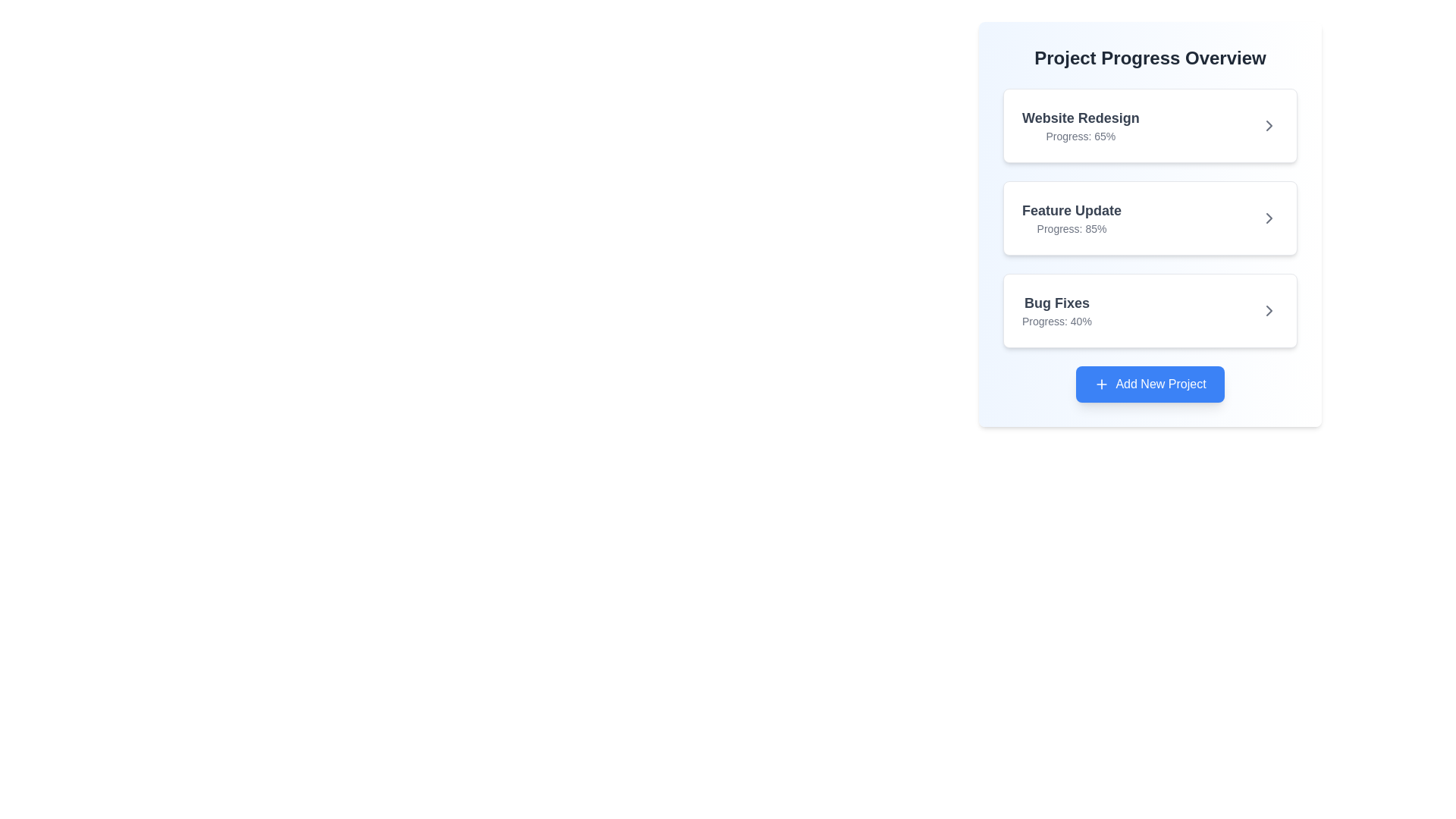 This screenshot has height=819, width=1456. I want to click on the selectable card in the 'Project Progress Overview' section, so click(1150, 309).